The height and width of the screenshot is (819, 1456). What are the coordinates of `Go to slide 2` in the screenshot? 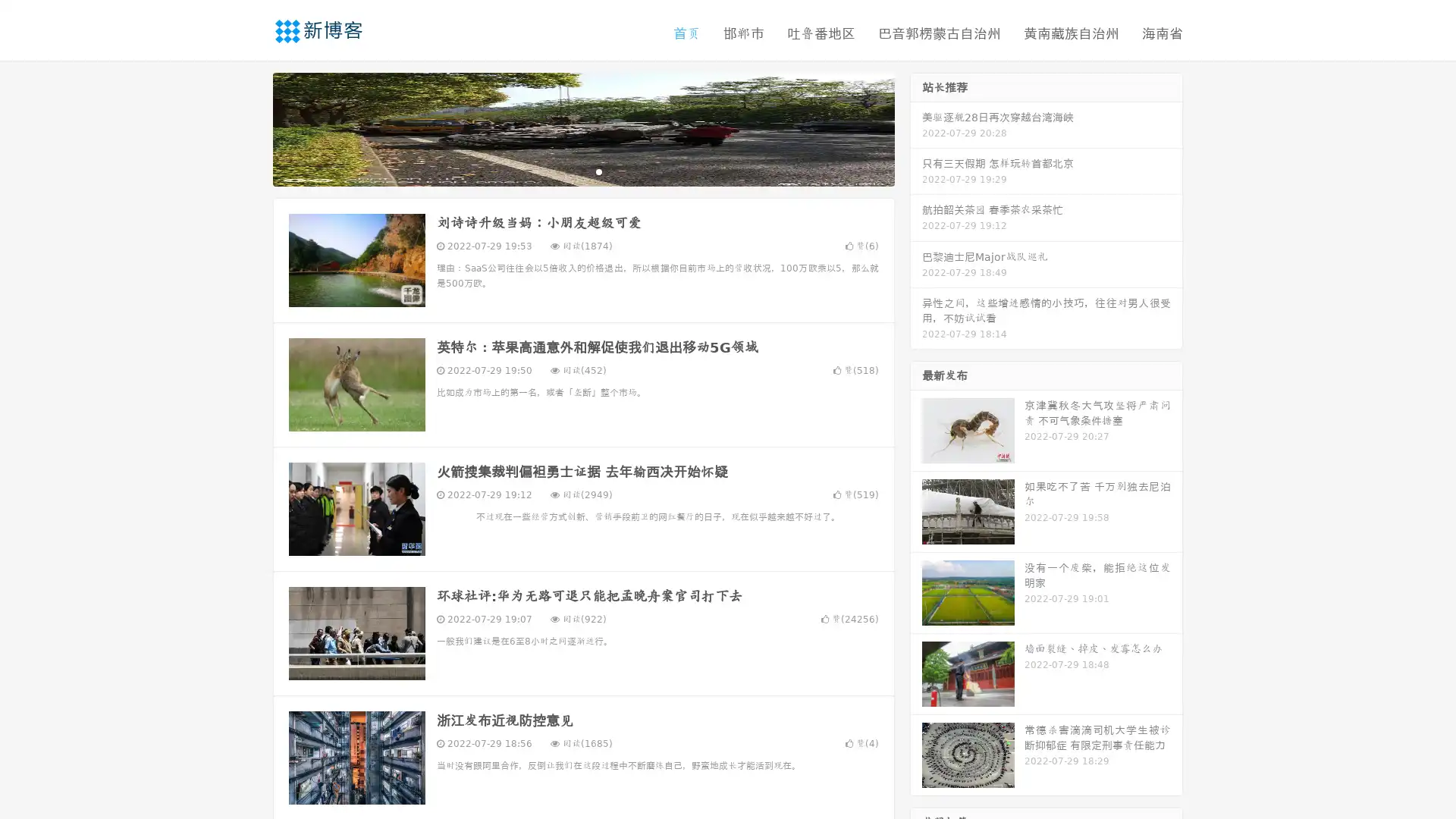 It's located at (582, 171).